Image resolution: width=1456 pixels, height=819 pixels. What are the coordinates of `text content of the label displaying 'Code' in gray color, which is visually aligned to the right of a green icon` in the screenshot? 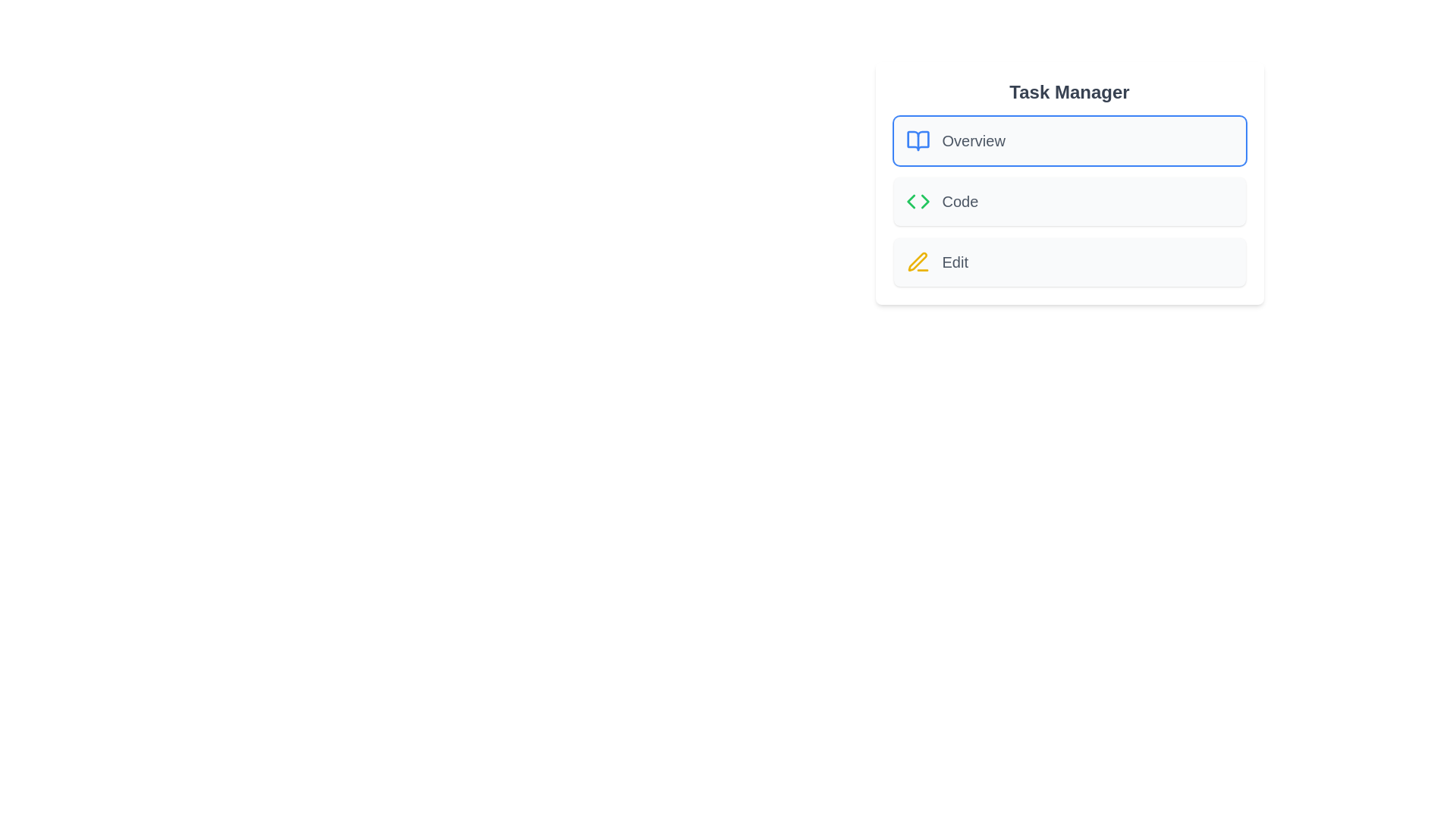 It's located at (959, 201).